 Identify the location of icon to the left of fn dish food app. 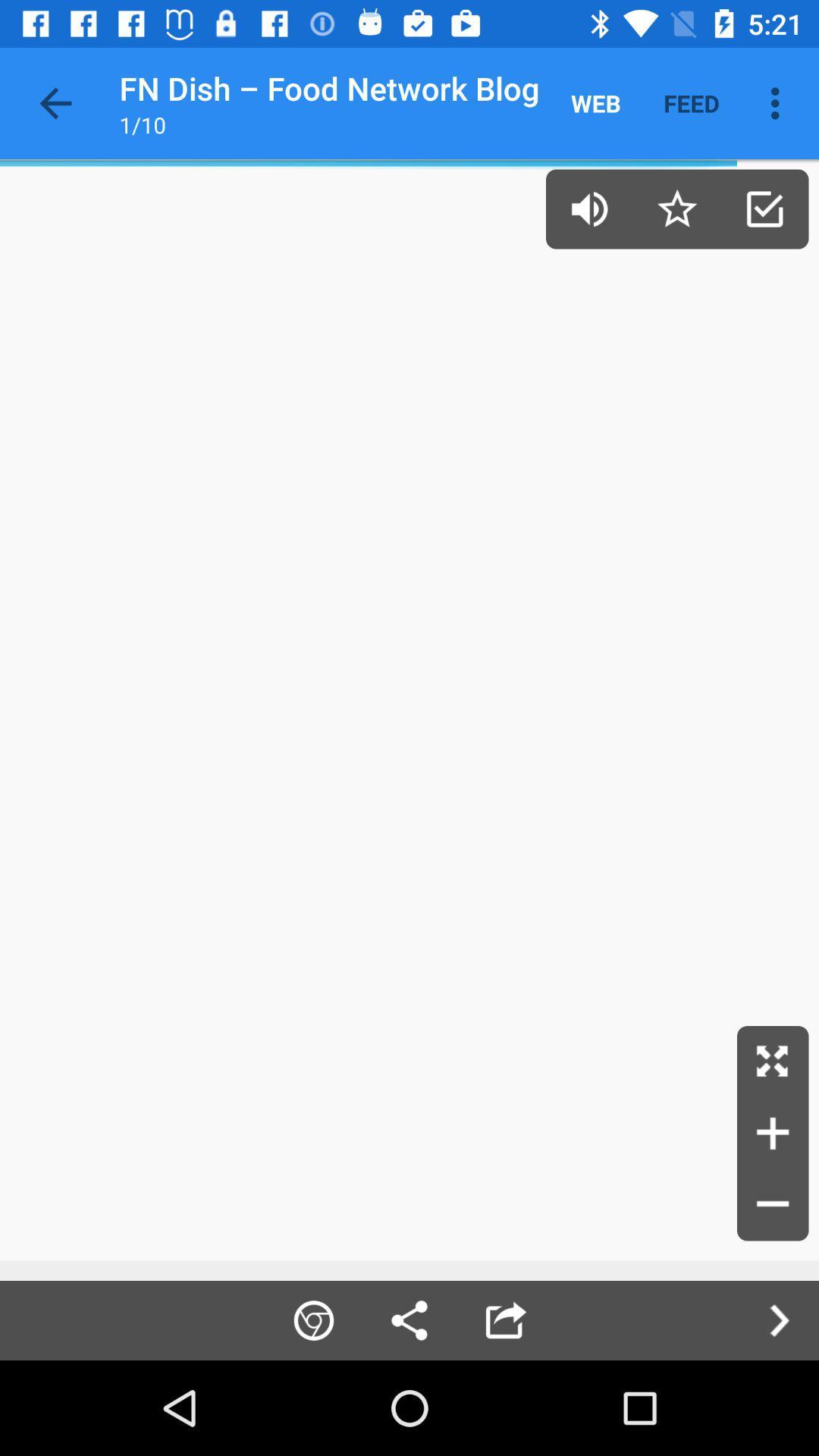
(55, 102).